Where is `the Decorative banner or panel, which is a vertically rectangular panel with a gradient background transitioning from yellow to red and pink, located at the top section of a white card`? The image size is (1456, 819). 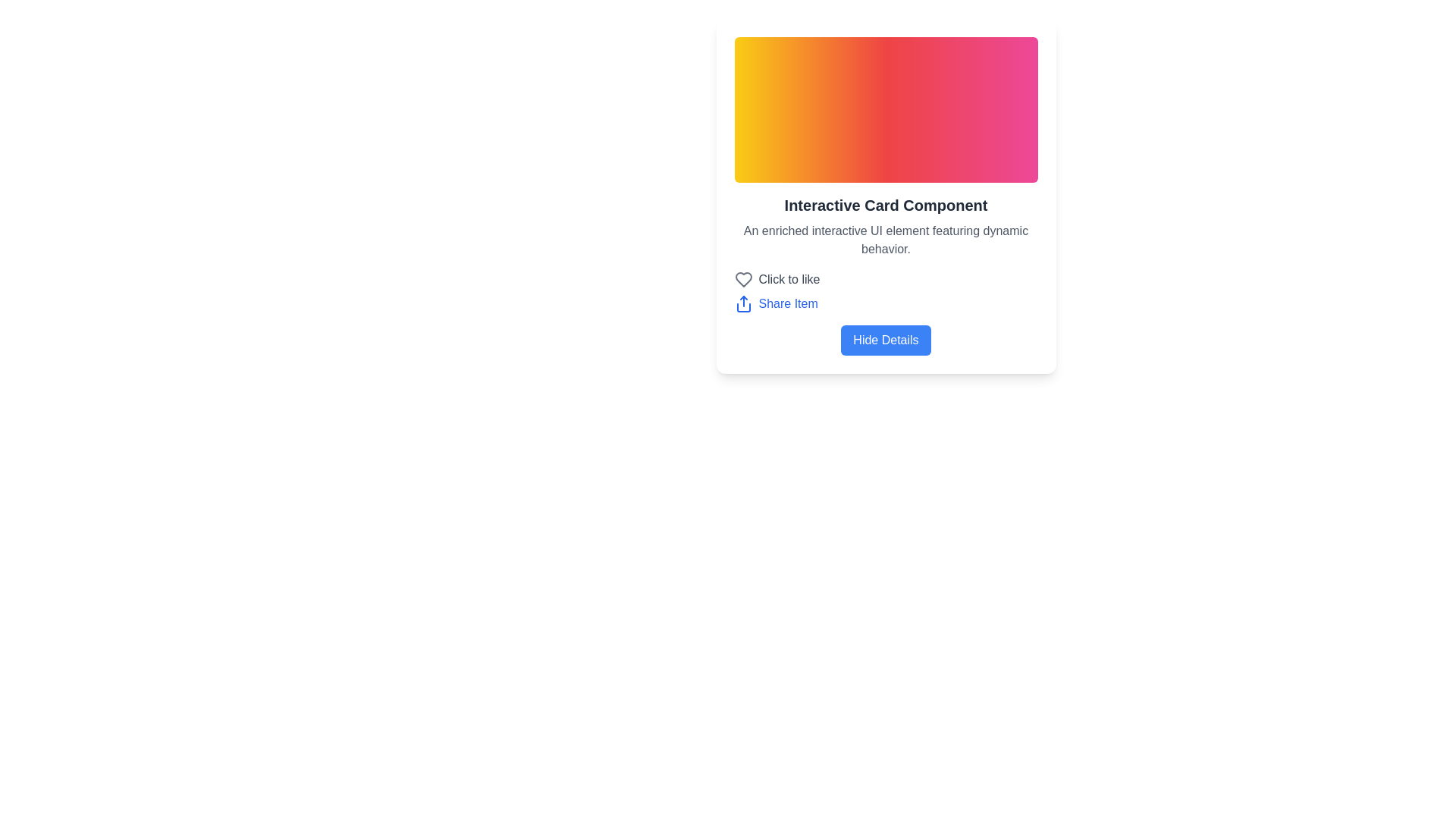
the Decorative banner or panel, which is a vertically rectangular panel with a gradient background transitioning from yellow to red and pink, located at the top section of a white card is located at coordinates (886, 109).